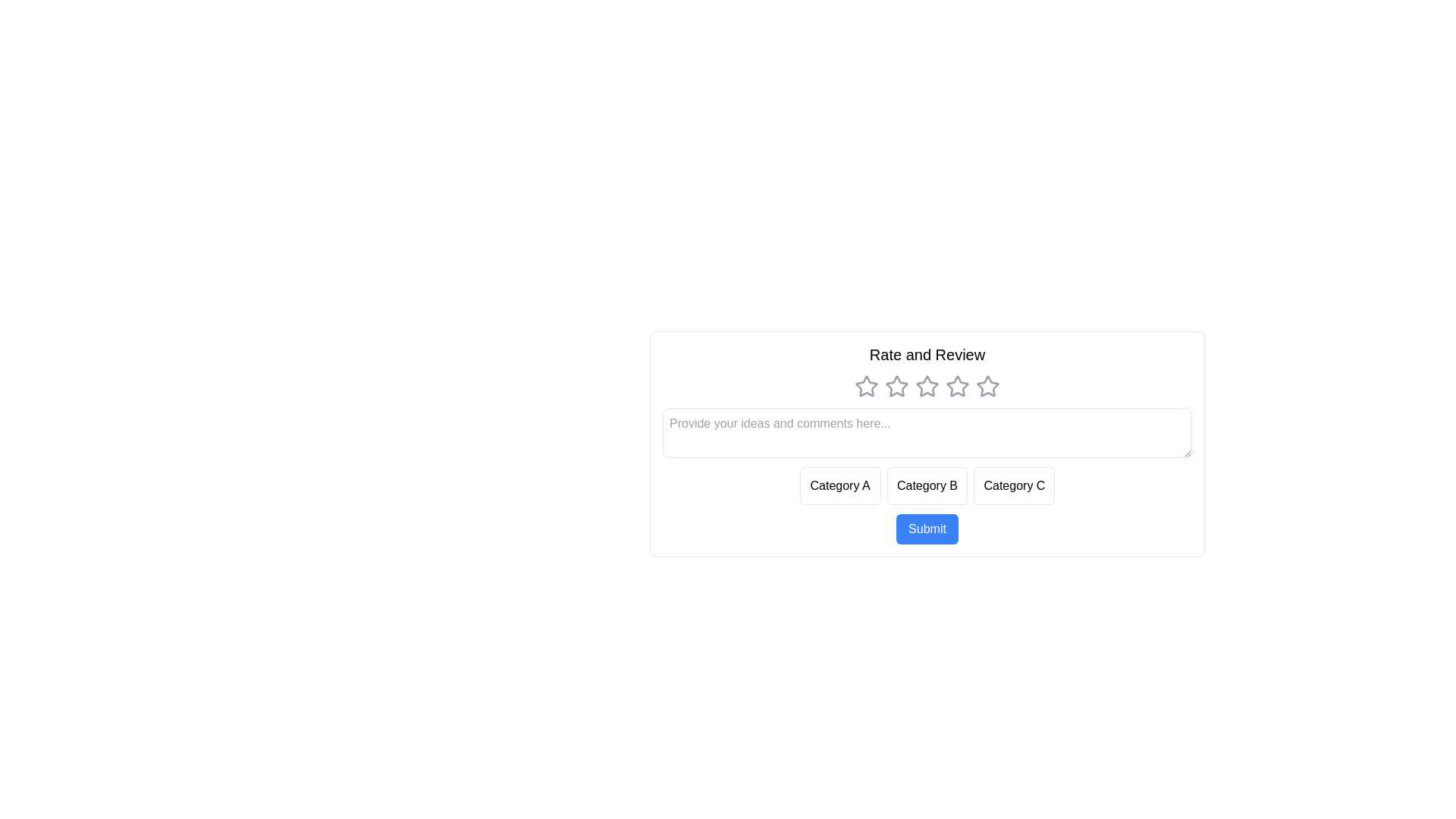  What do you see at coordinates (896, 385) in the screenshot?
I see `the star corresponding to the rating 2` at bounding box center [896, 385].